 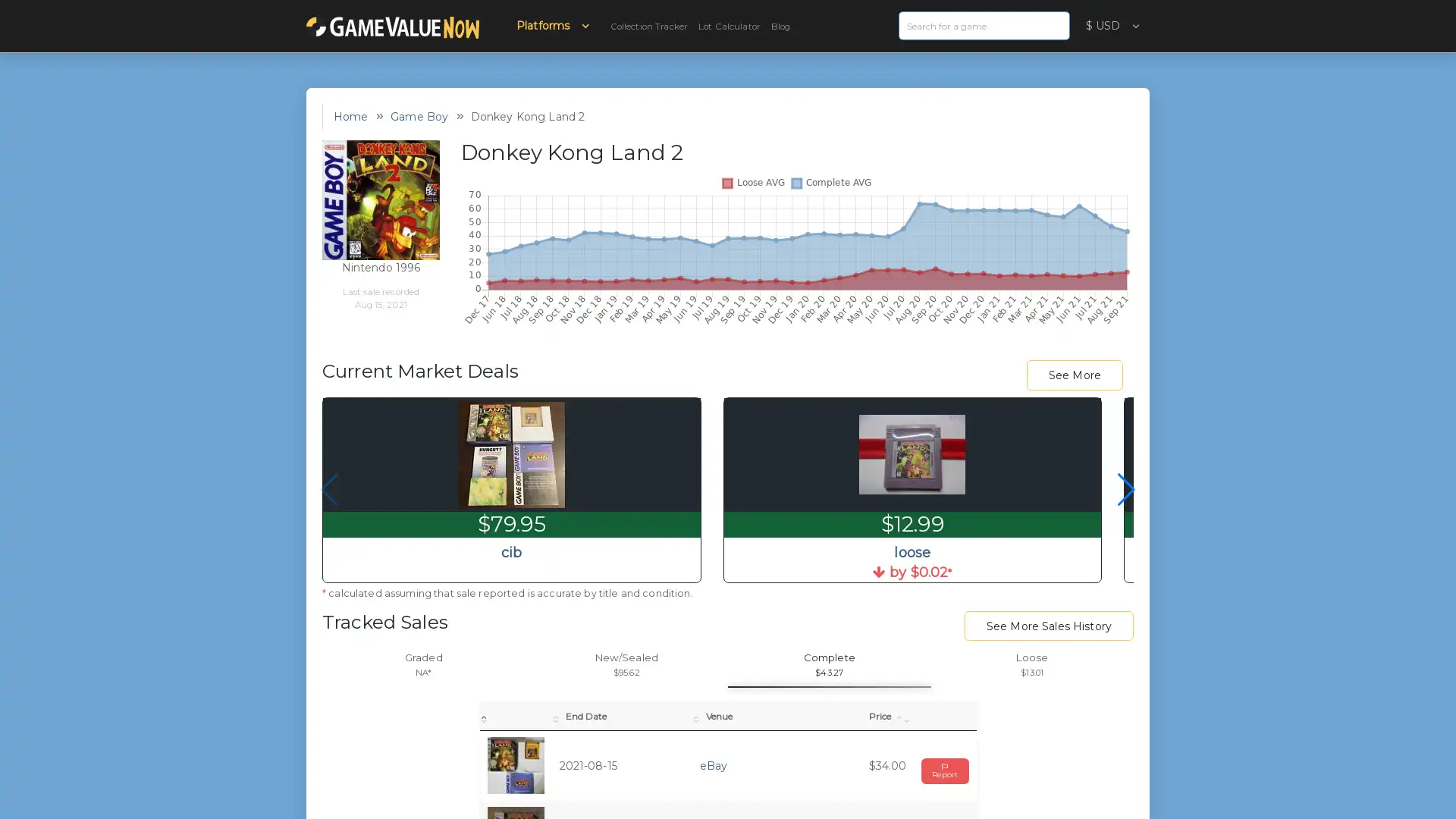 What do you see at coordinates (328, 489) in the screenshot?
I see `Previous slide` at bounding box center [328, 489].